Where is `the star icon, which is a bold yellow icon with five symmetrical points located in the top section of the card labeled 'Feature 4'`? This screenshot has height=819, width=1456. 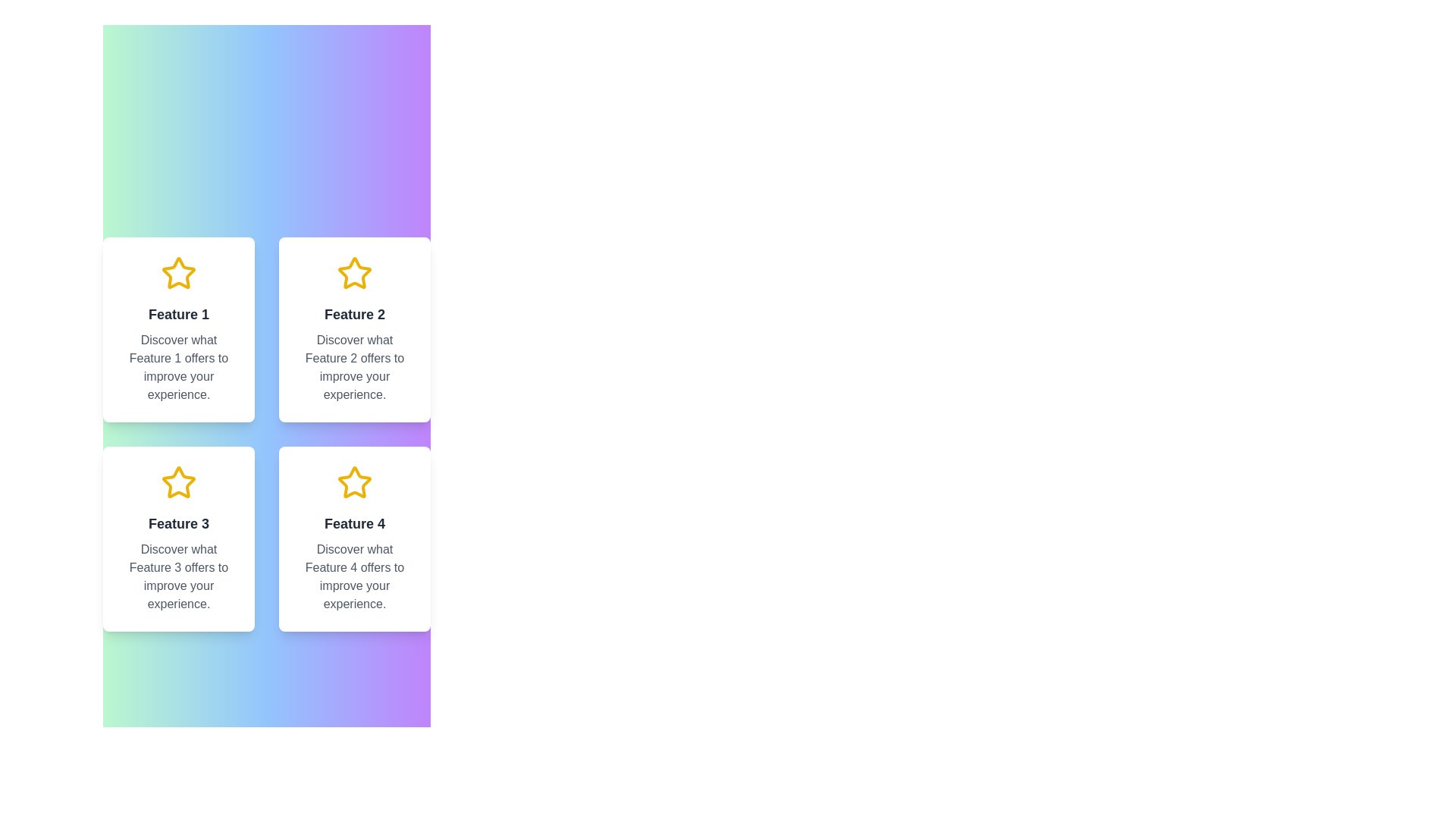
the star icon, which is a bold yellow icon with five symmetrical points located in the top section of the card labeled 'Feature 4' is located at coordinates (353, 482).